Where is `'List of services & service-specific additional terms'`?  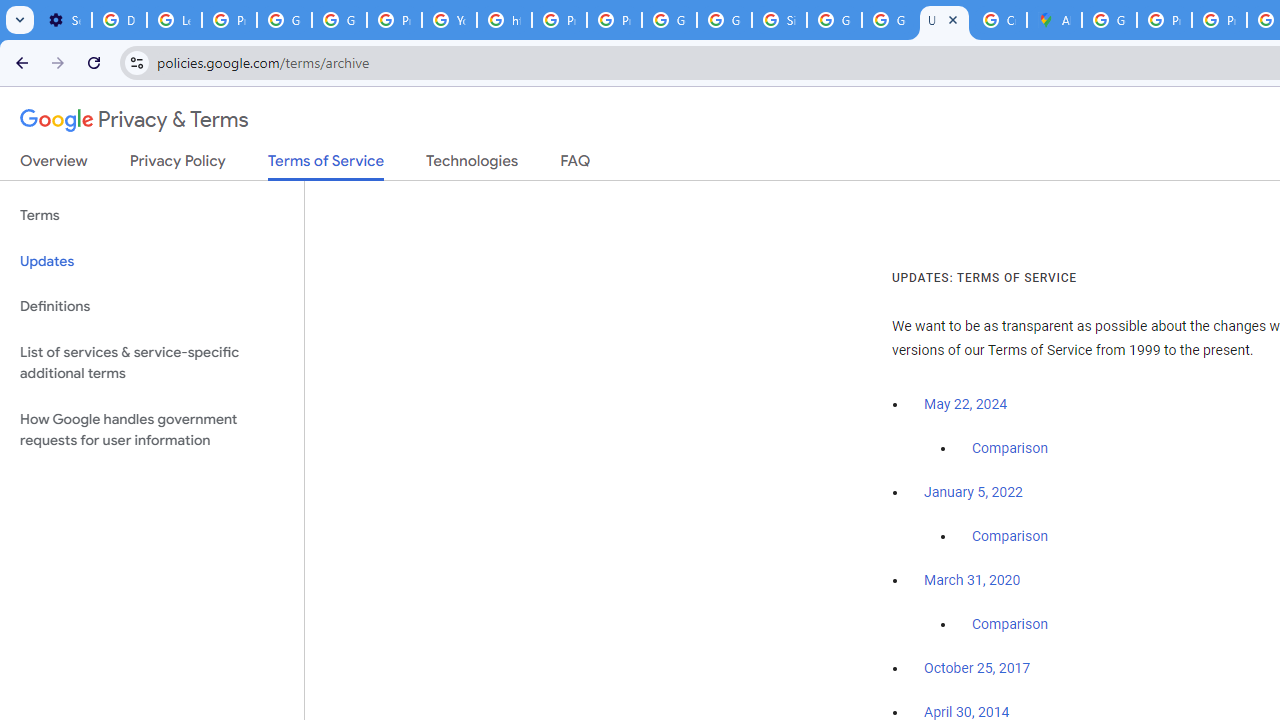 'List of services & service-specific additional terms' is located at coordinates (151, 362).